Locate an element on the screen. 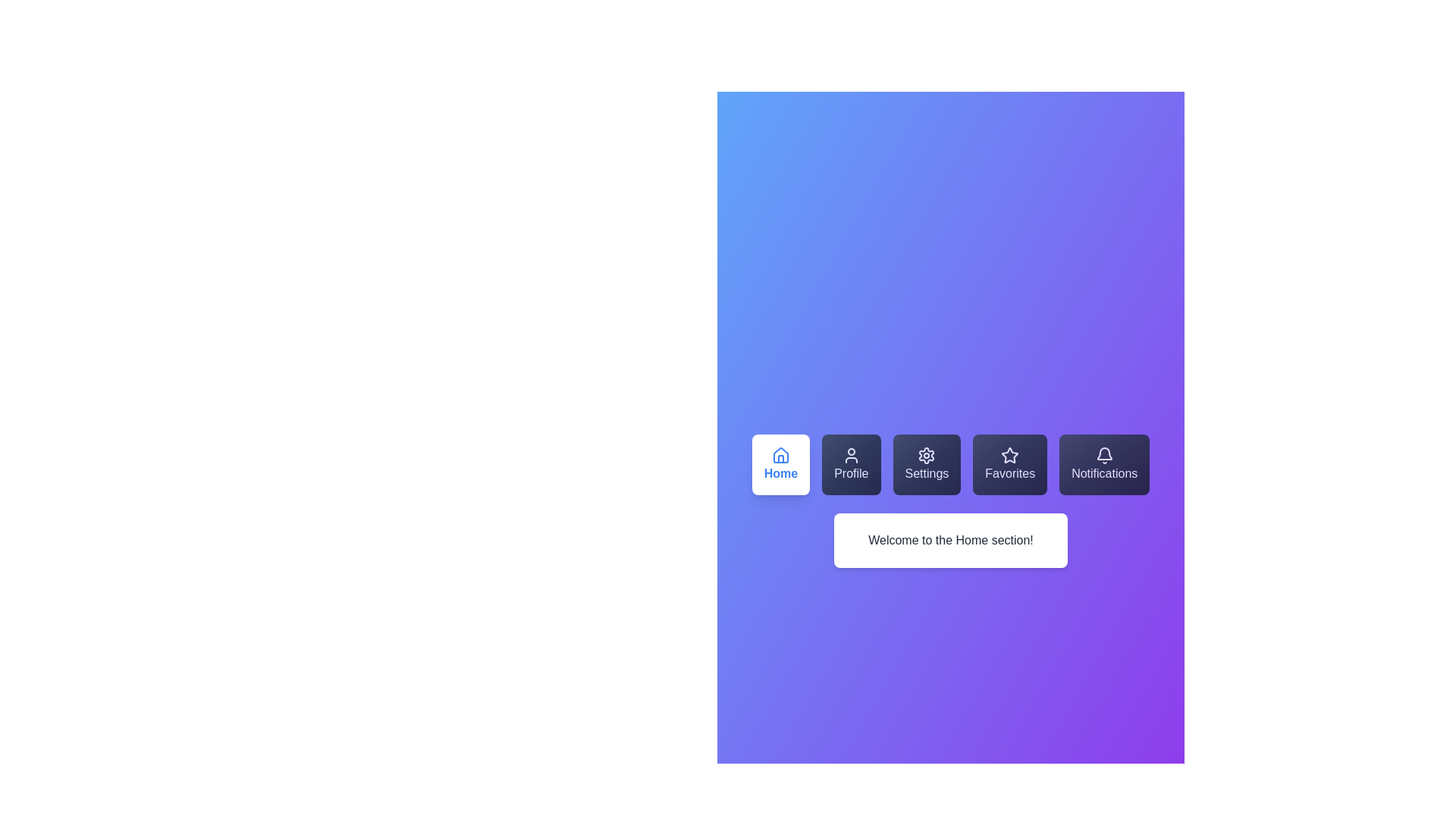 The image size is (1456, 819). the Notifications button, which is a rectangular button with a gradient background and a white bell icon, located on the far right of a row of buttons is located at coordinates (1104, 464).